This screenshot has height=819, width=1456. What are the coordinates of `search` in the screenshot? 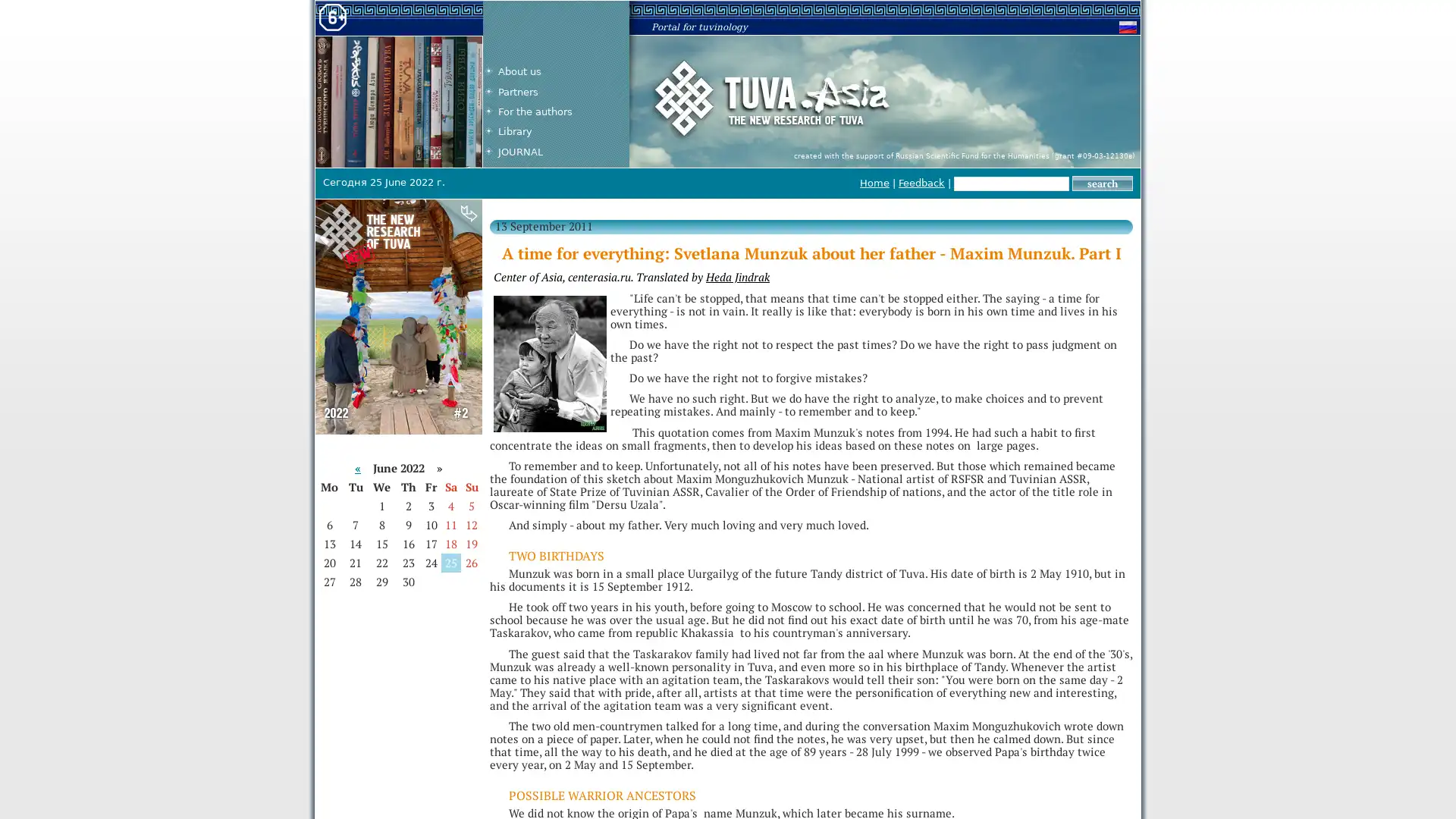 It's located at (1103, 183).